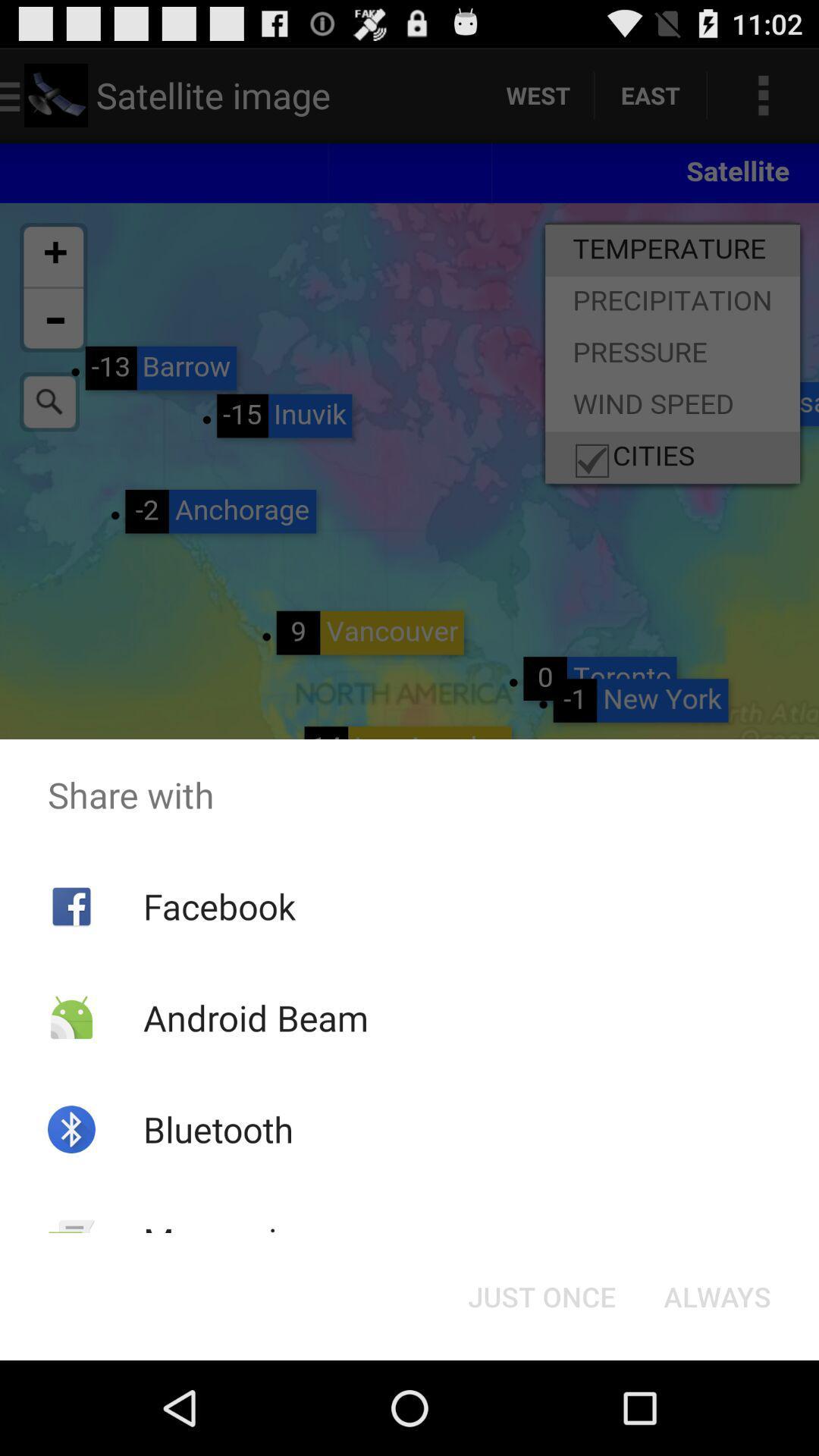 This screenshot has height=1456, width=819. What do you see at coordinates (541, 1295) in the screenshot?
I see `the item below share with icon` at bounding box center [541, 1295].